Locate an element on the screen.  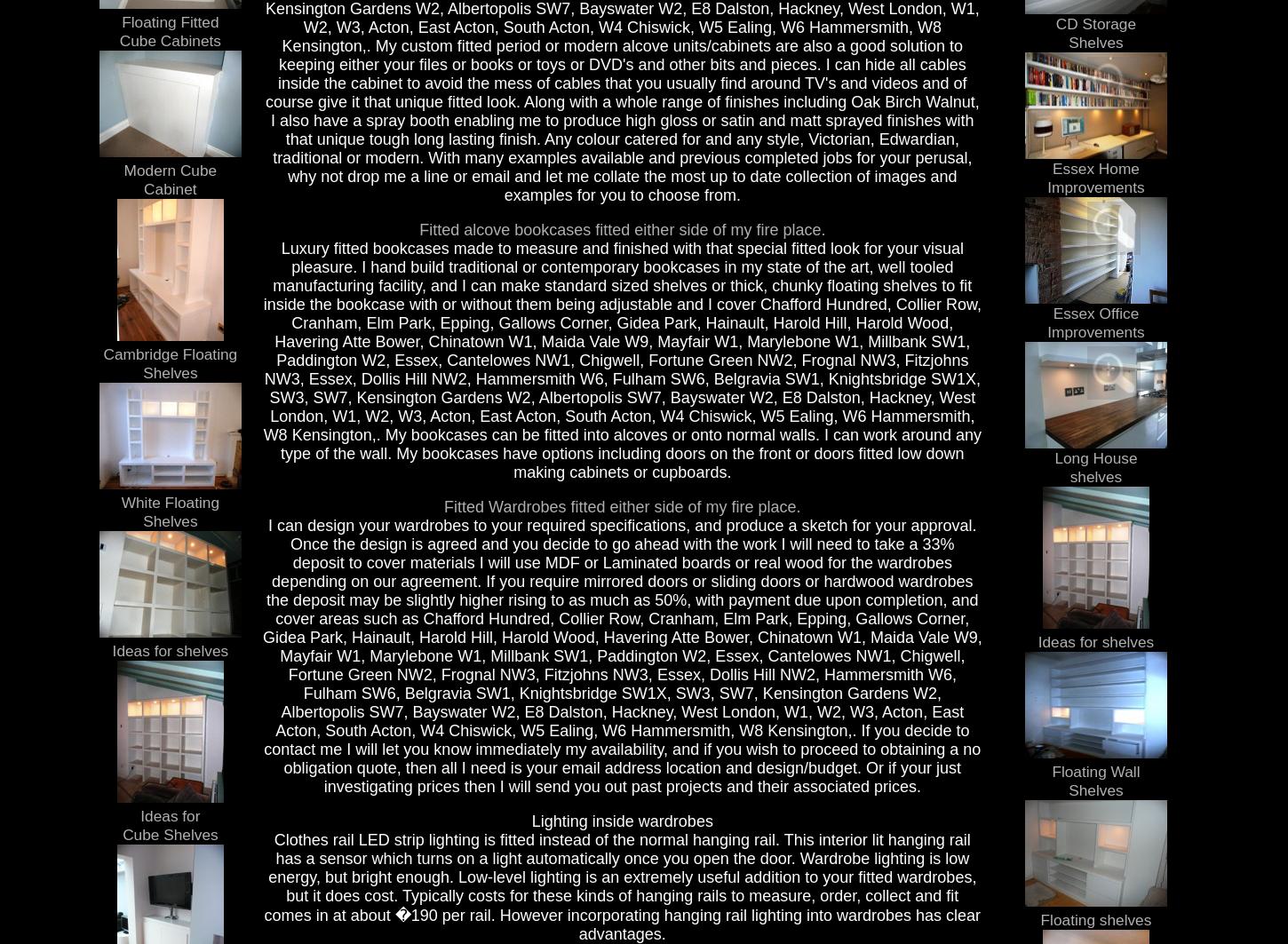
'Essex Office' is located at coordinates (1051, 312).